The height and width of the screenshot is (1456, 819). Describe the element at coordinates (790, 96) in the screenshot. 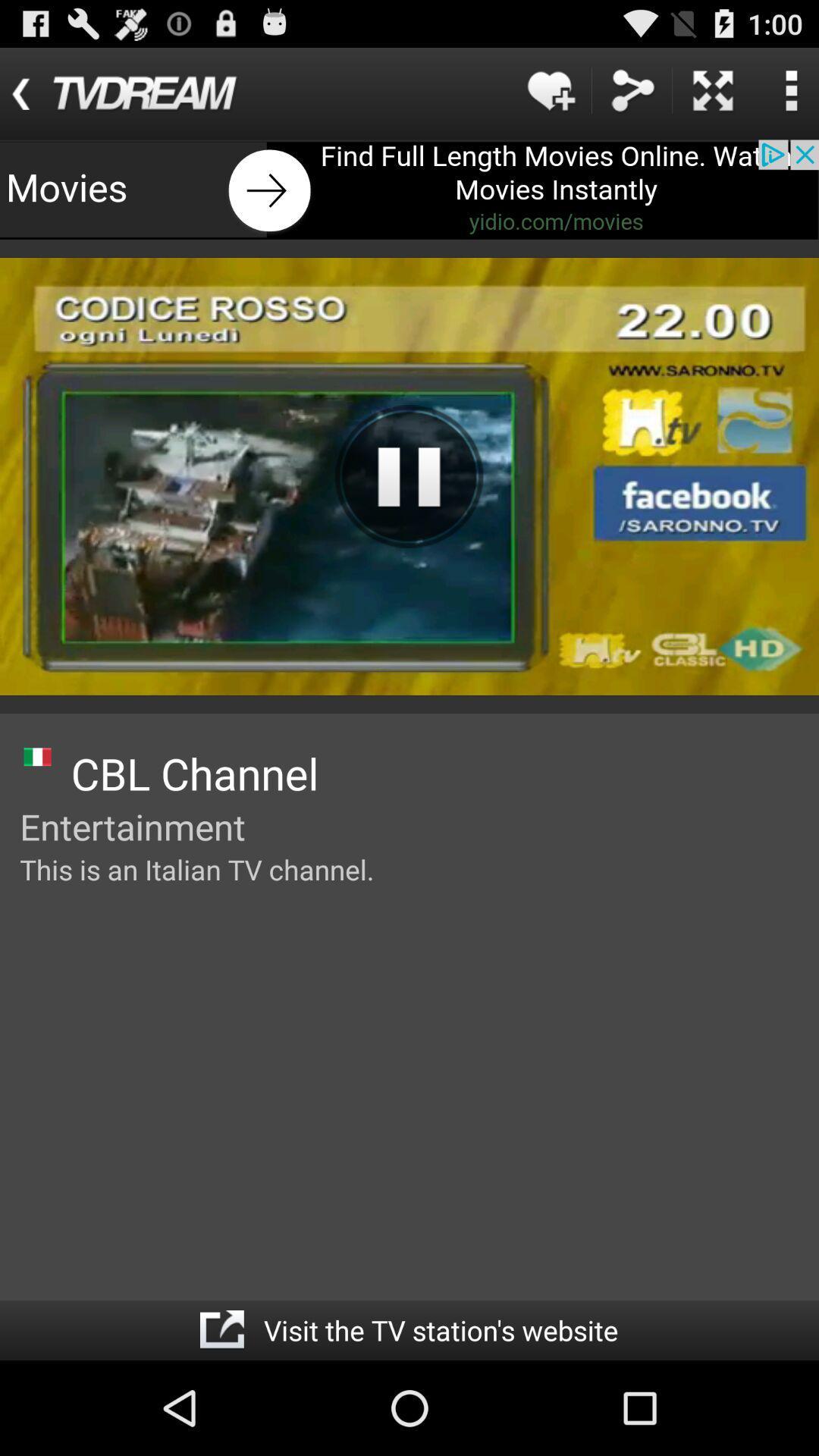

I see `the more icon` at that location.